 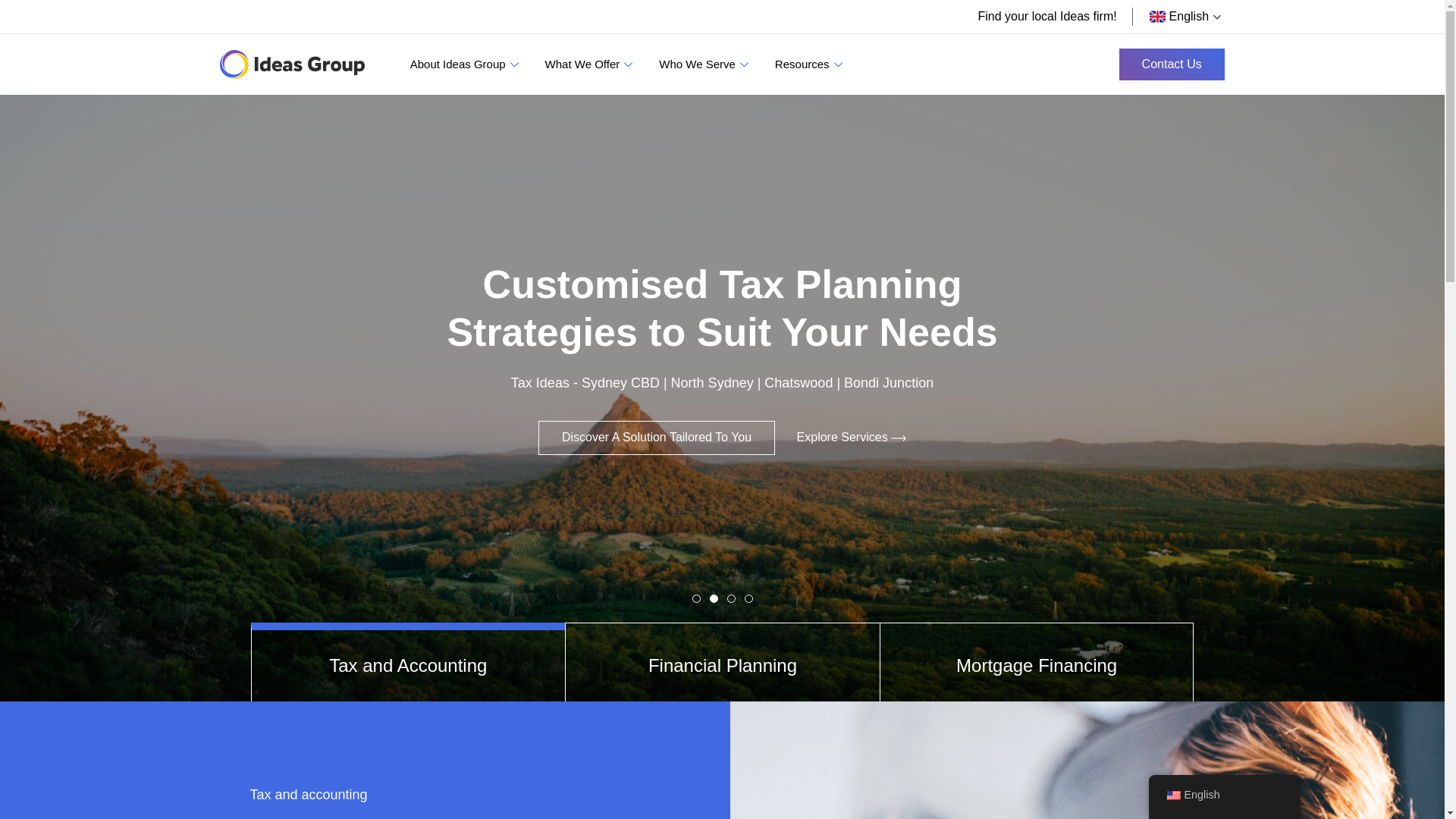 What do you see at coordinates (810, 63) in the screenshot?
I see `'Resources'` at bounding box center [810, 63].